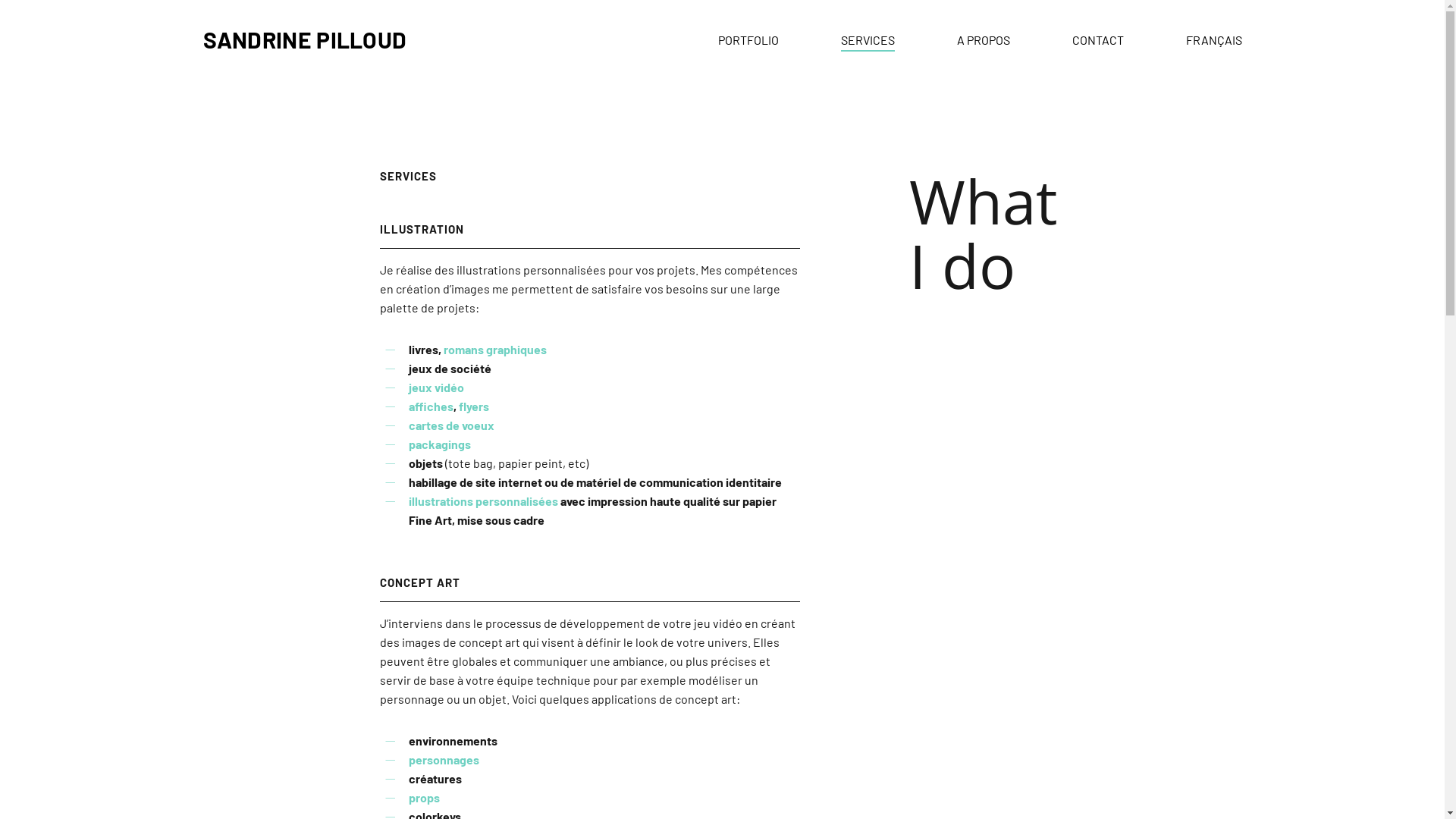 The width and height of the screenshot is (1456, 819). I want to click on 'props', so click(424, 796).